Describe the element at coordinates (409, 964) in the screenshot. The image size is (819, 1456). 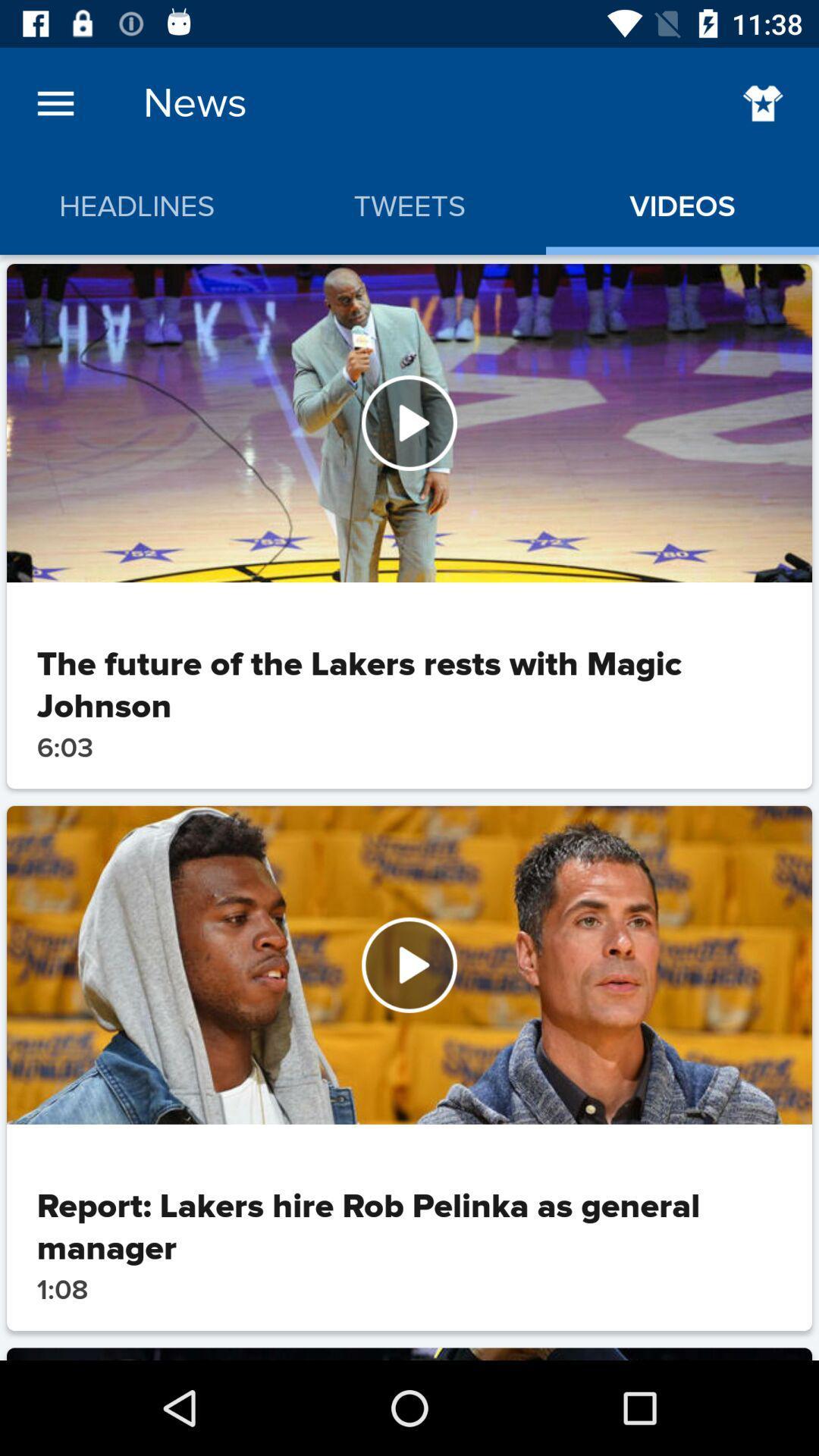
I see `watch the video` at that location.